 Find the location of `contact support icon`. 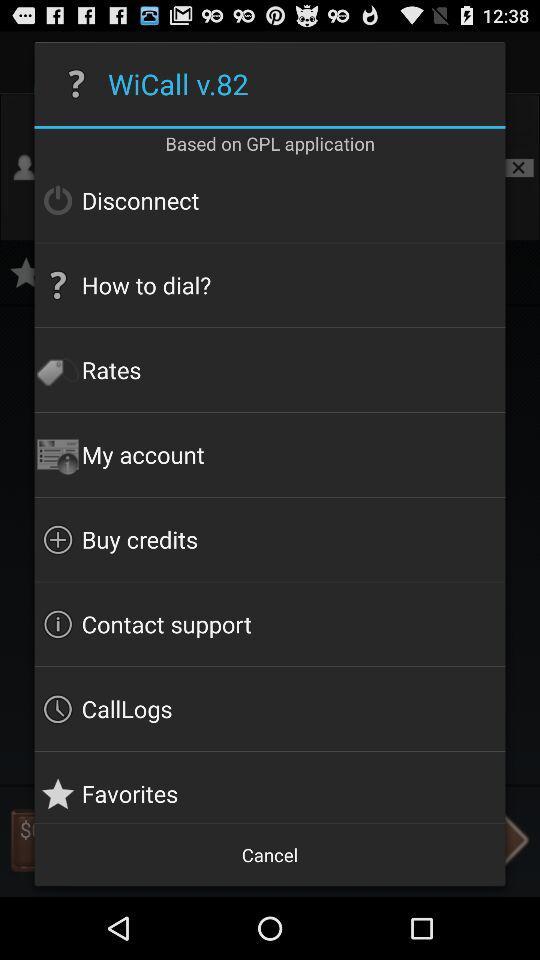

contact support icon is located at coordinates (270, 623).